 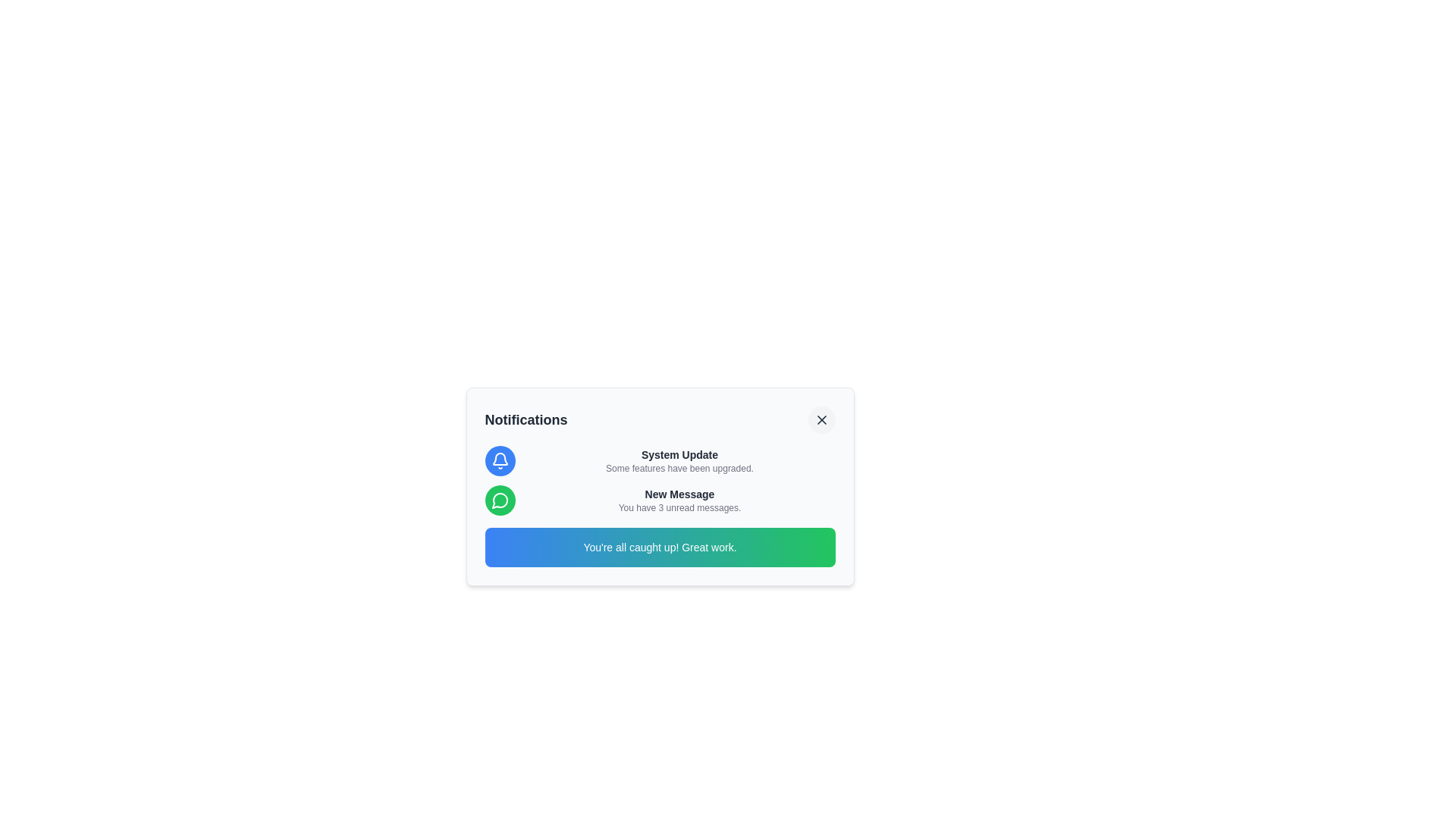 What do you see at coordinates (660, 547) in the screenshot?
I see `the Informational Message Box located at the bottommost position inside the card-layout structure titled 'Notifications', which indicates that no further action is necessary` at bounding box center [660, 547].